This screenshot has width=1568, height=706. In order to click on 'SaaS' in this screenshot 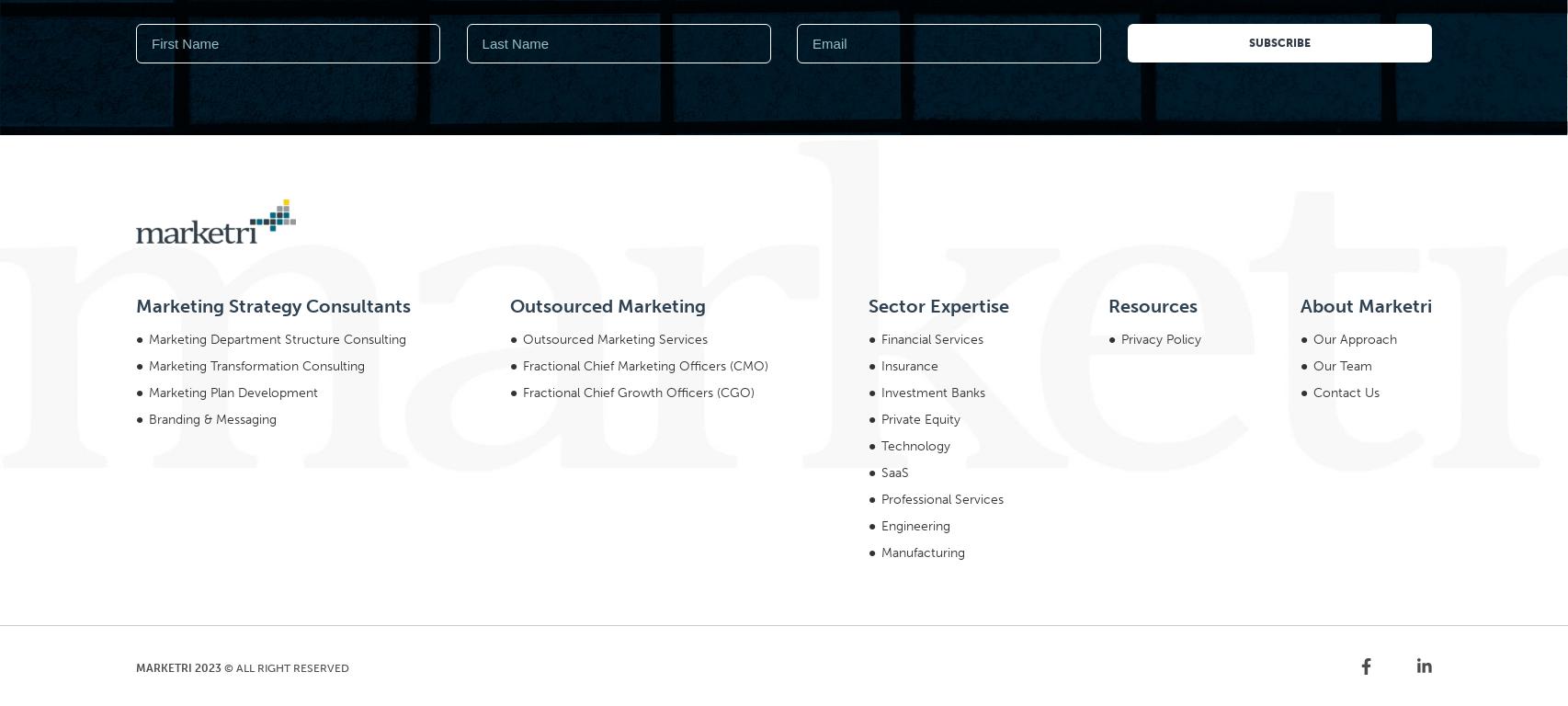, I will do `click(893, 222)`.